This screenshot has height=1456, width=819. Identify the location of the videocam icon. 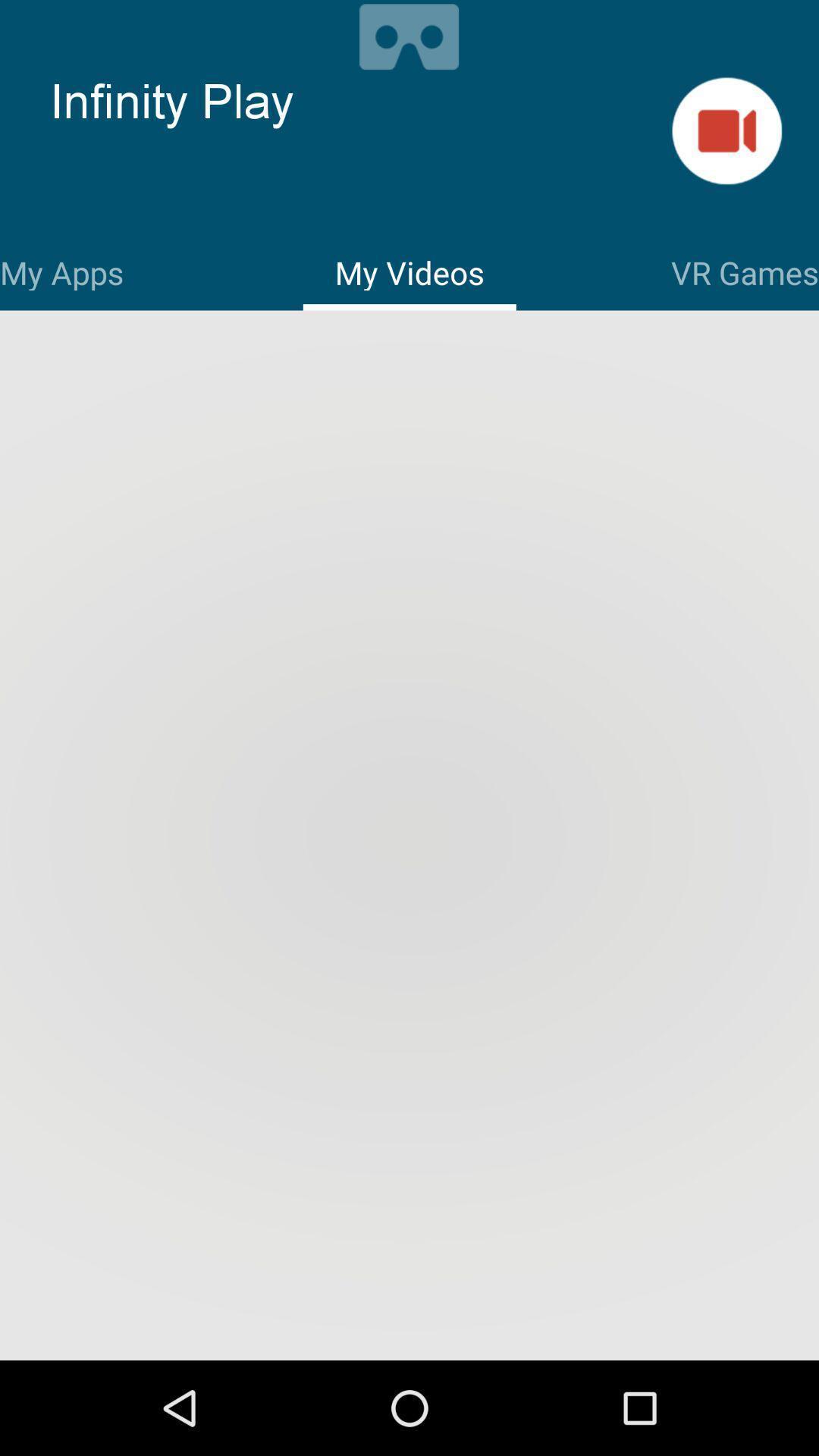
(726, 140).